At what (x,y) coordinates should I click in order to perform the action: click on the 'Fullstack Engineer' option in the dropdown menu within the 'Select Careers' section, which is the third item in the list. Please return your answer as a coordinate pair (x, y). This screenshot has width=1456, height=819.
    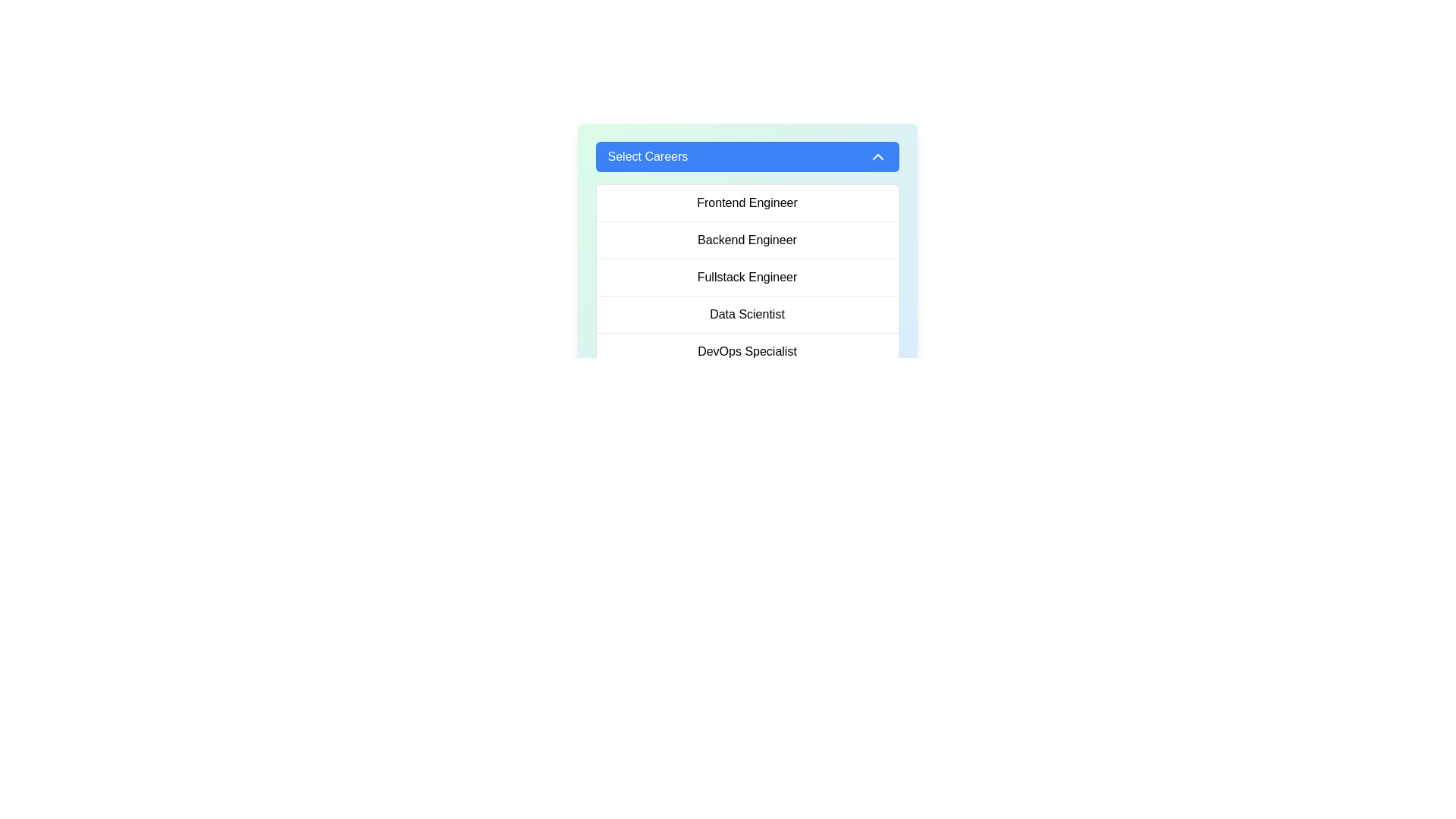
    Looking at the image, I should click on (747, 277).